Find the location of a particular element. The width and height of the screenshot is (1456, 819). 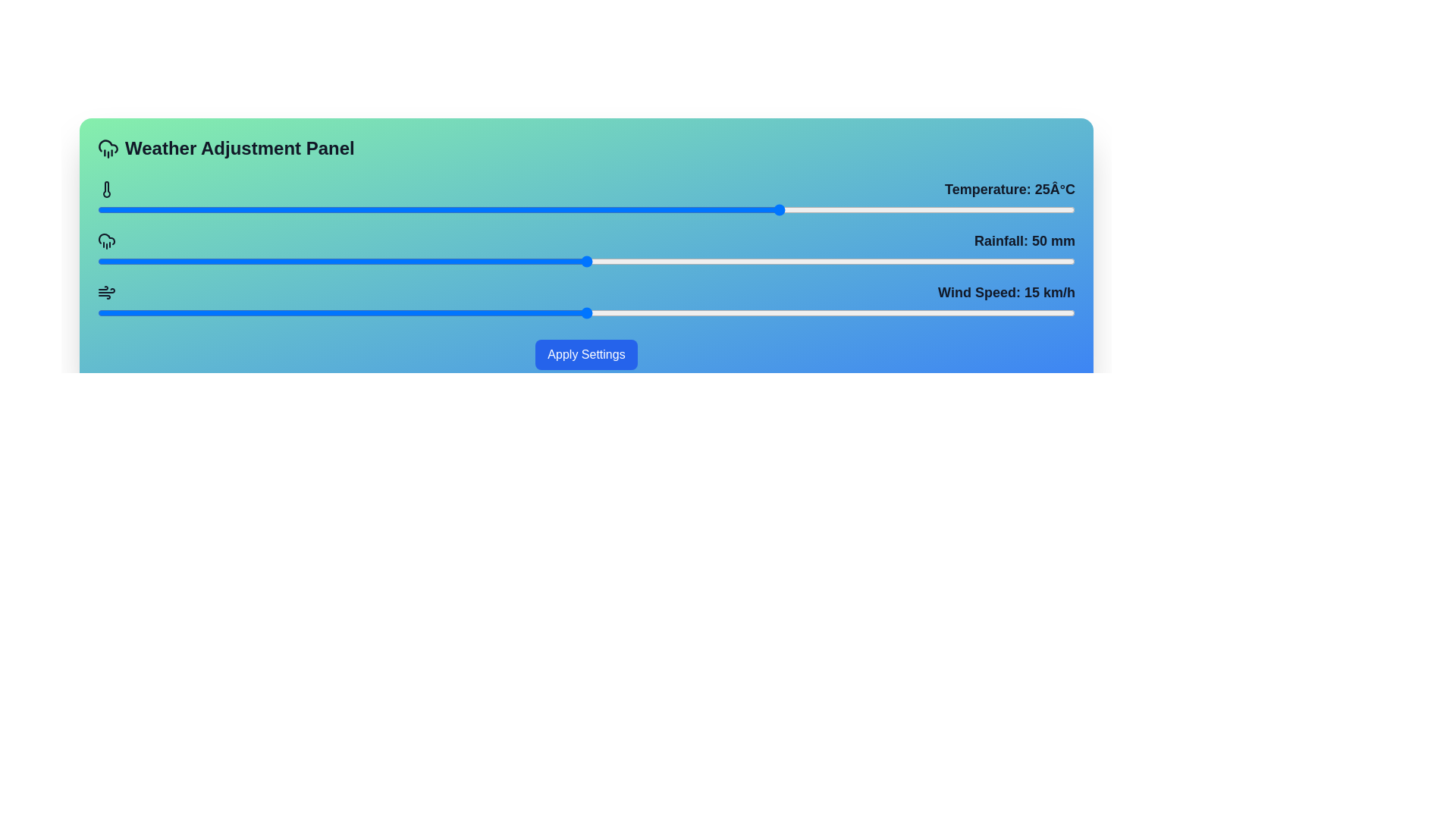

the wind speed is located at coordinates (782, 312).